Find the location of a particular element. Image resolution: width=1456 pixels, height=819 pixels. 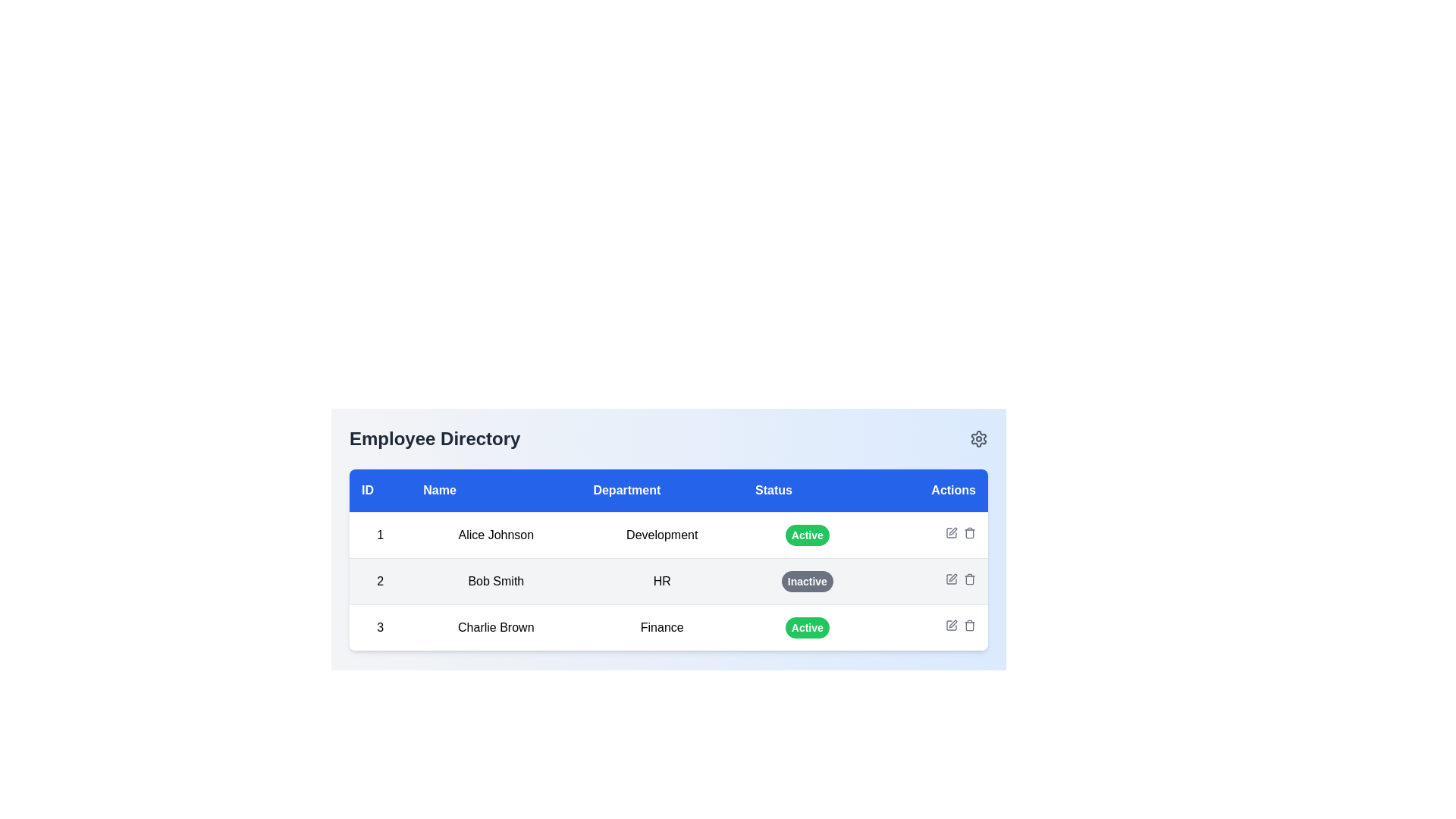

the 'Edit' button/icon in the 'Actions' column of the second row for user 'Bob Smith' is located at coordinates (950, 579).